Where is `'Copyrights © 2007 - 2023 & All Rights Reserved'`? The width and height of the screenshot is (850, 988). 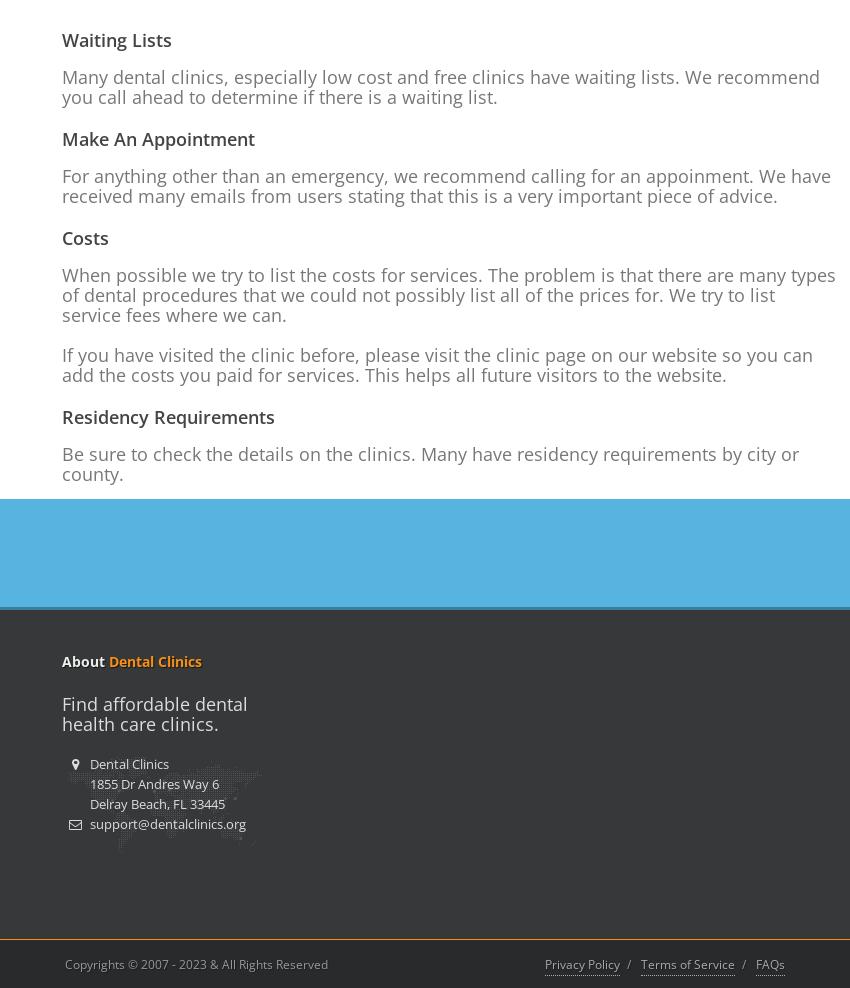 'Copyrights © 2007 - 2023 & All Rights Reserved' is located at coordinates (195, 964).